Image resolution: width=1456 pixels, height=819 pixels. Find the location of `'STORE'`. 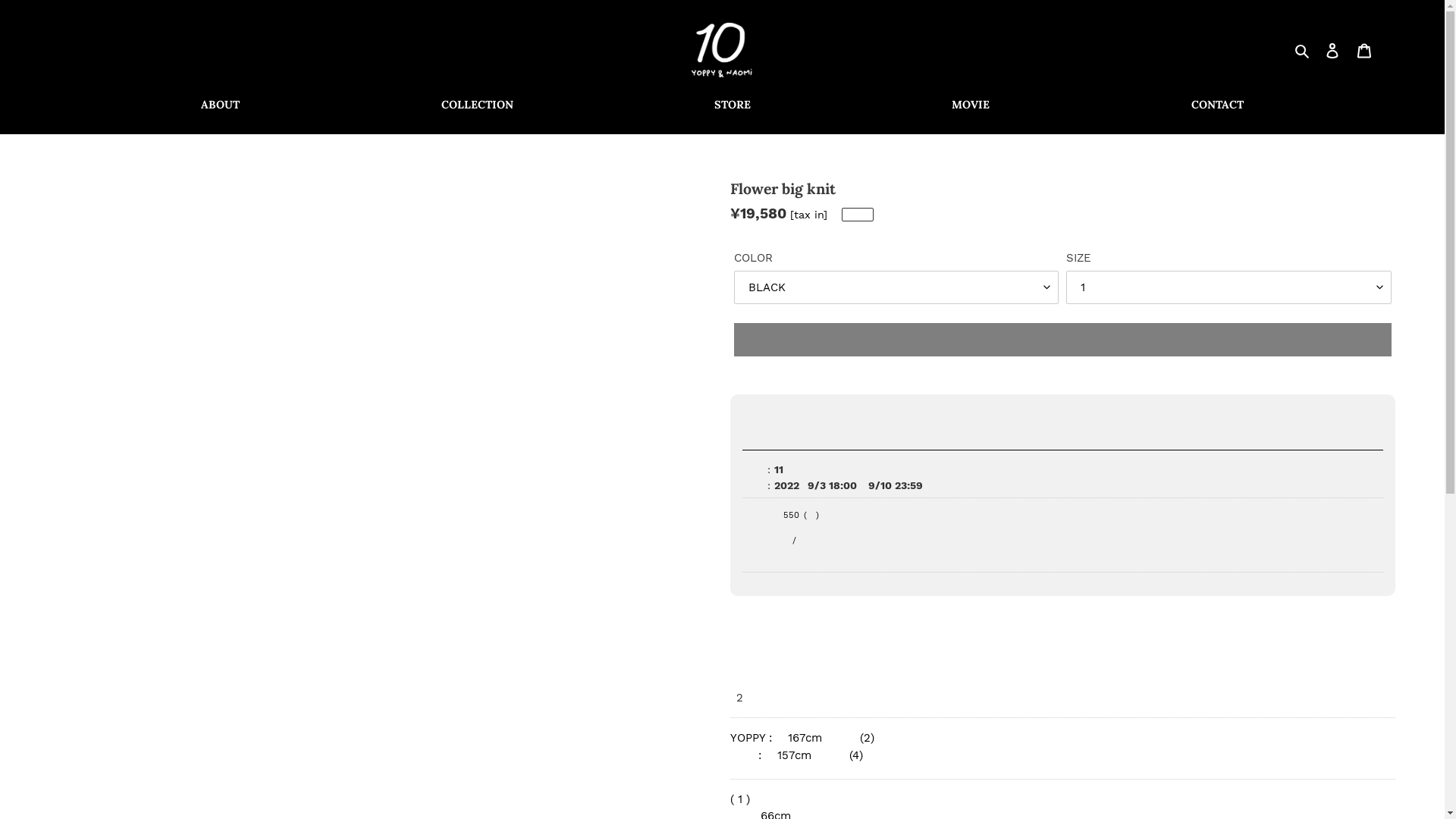

'STORE' is located at coordinates (732, 104).